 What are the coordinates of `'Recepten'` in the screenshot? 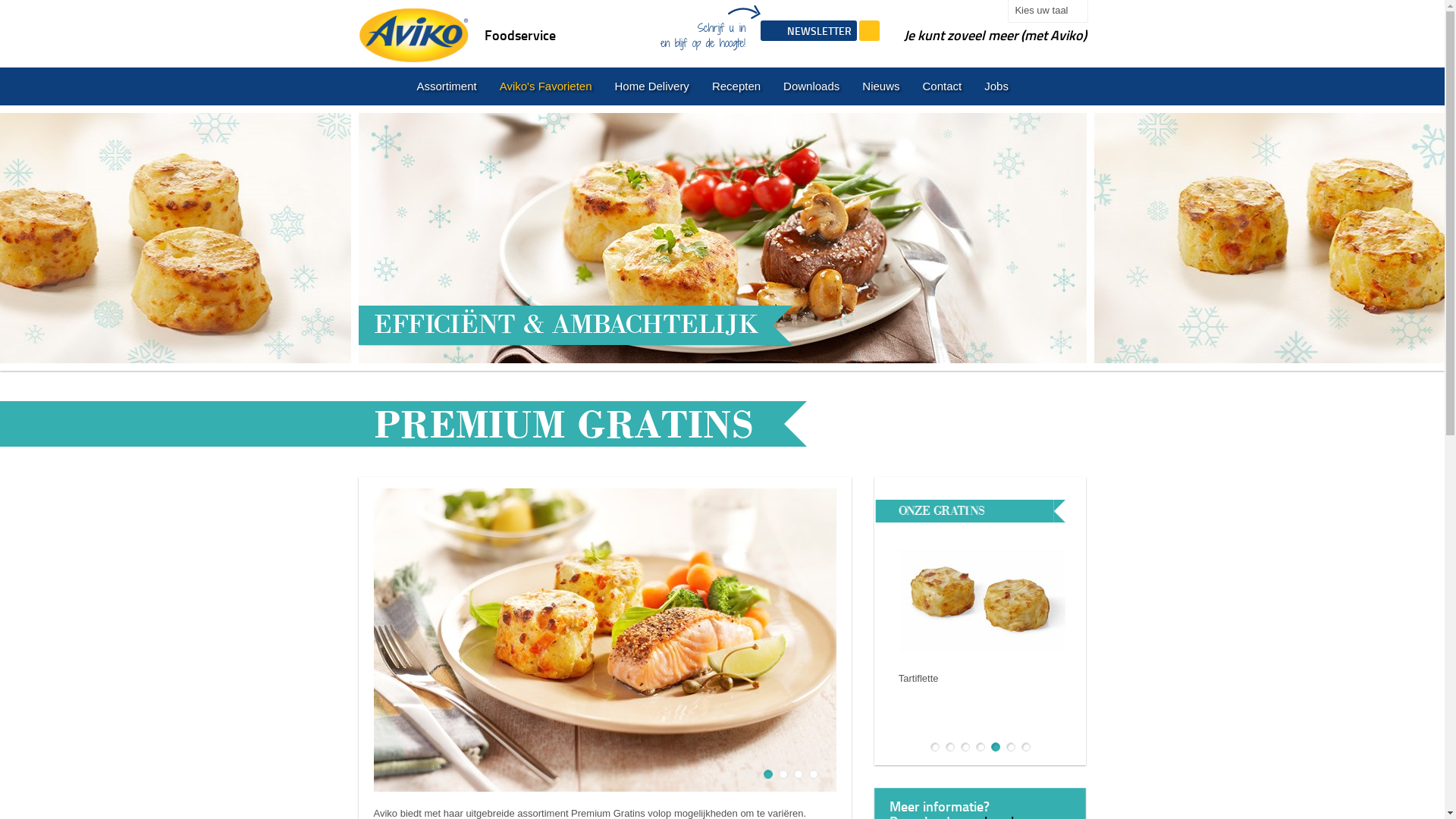 It's located at (736, 86).